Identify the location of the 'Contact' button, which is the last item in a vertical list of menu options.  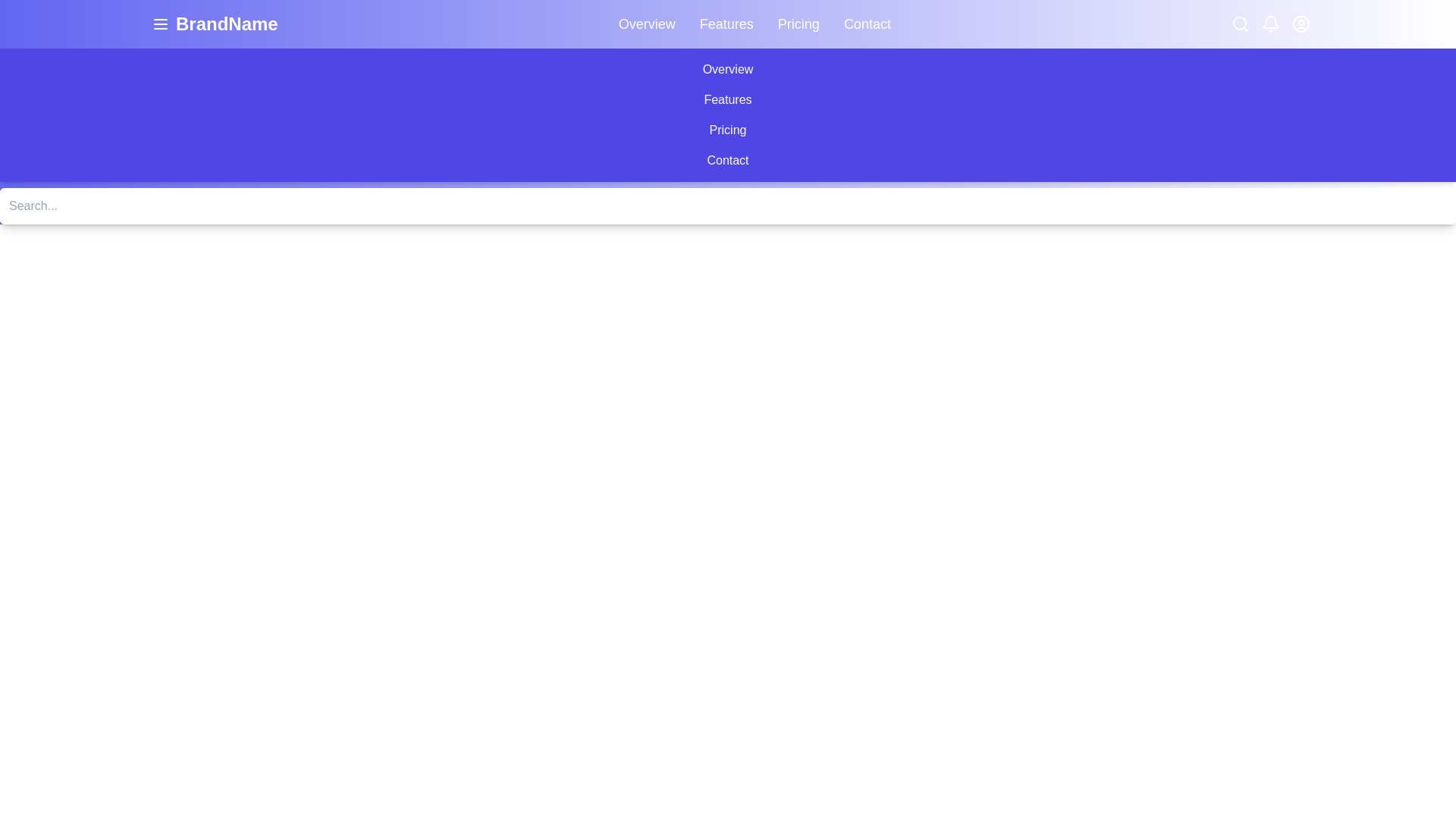
(728, 161).